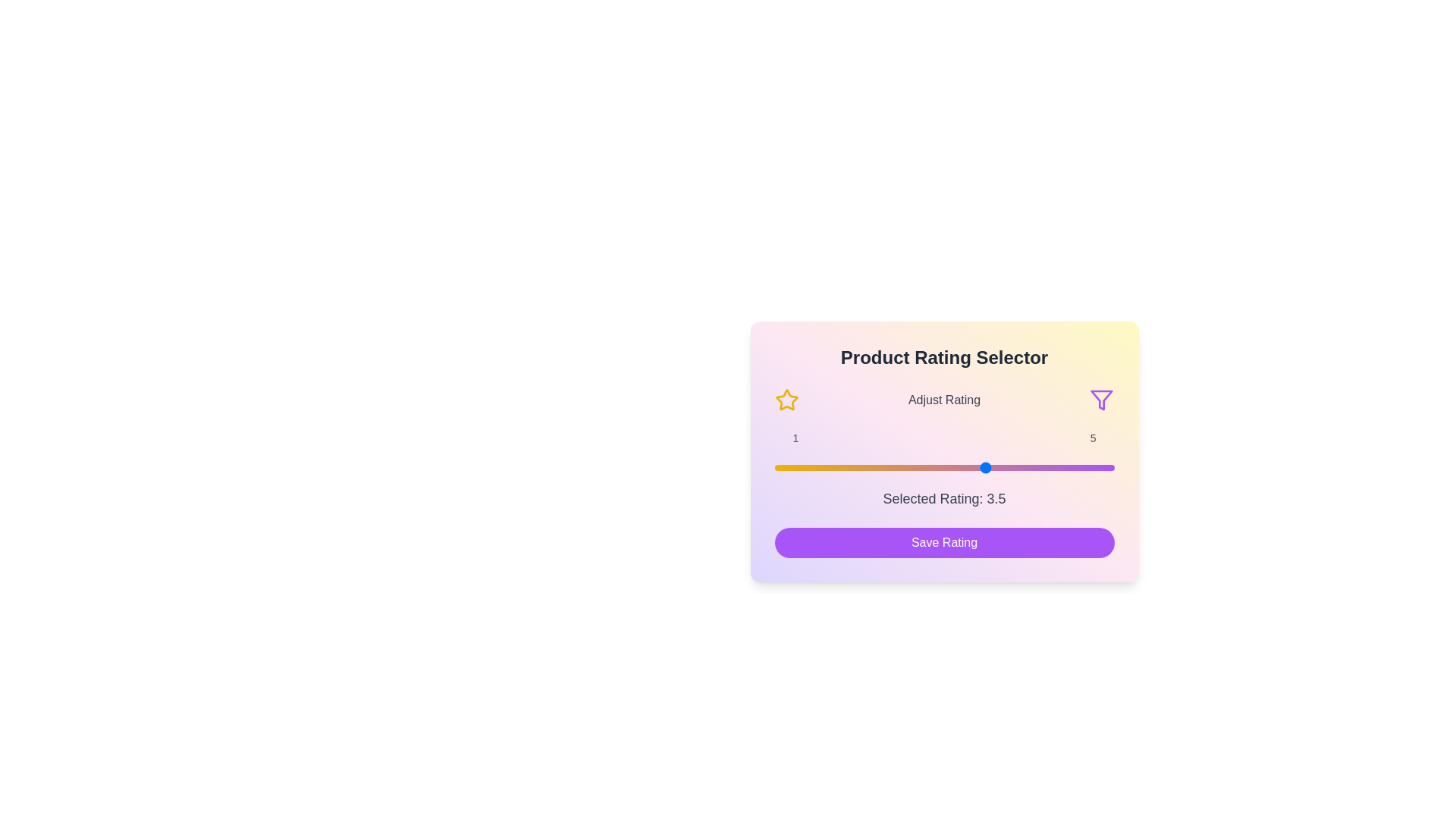 This screenshot has height=819, width=1456. I want to click on the 'Save Rating' button to confirm the selection, so click(943, 542).